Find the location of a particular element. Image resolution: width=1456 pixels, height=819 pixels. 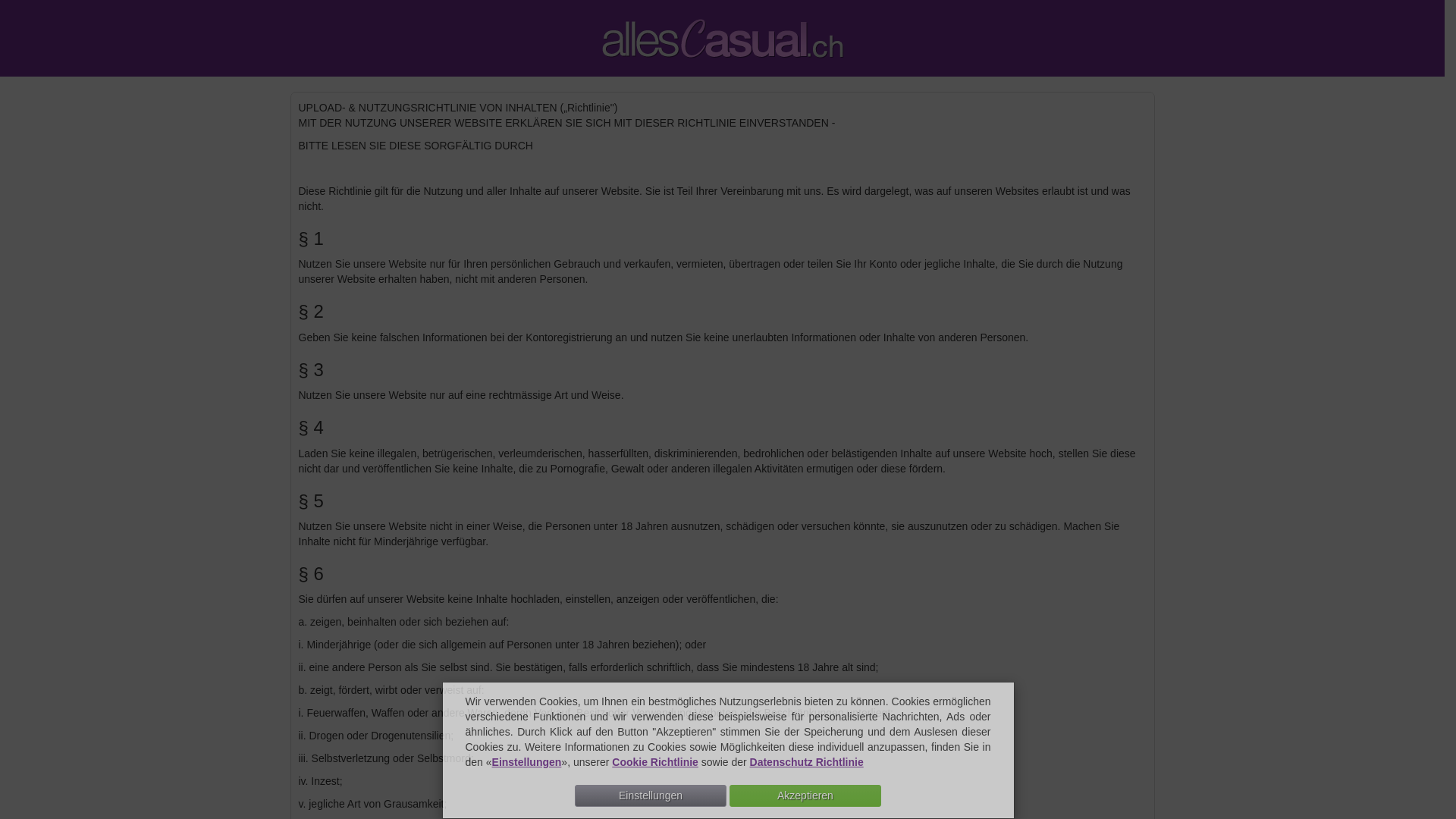

'Einstellungen' is located at coordinates (527, 762).